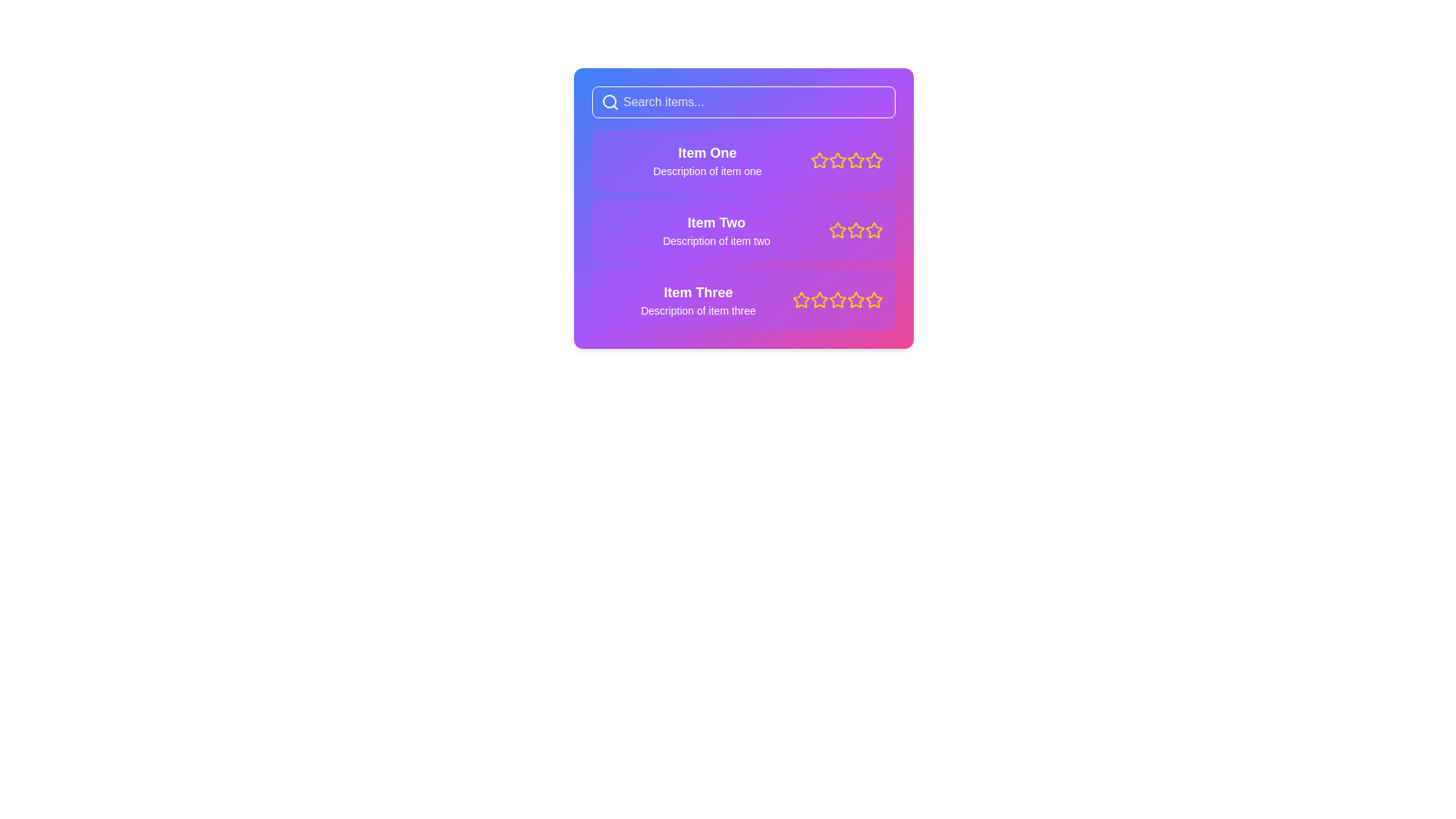  I want to click on the magnifying glass icon, which represents the search functionality and is located at the left side of the search bar at the top of the interface, so click(610, 102).